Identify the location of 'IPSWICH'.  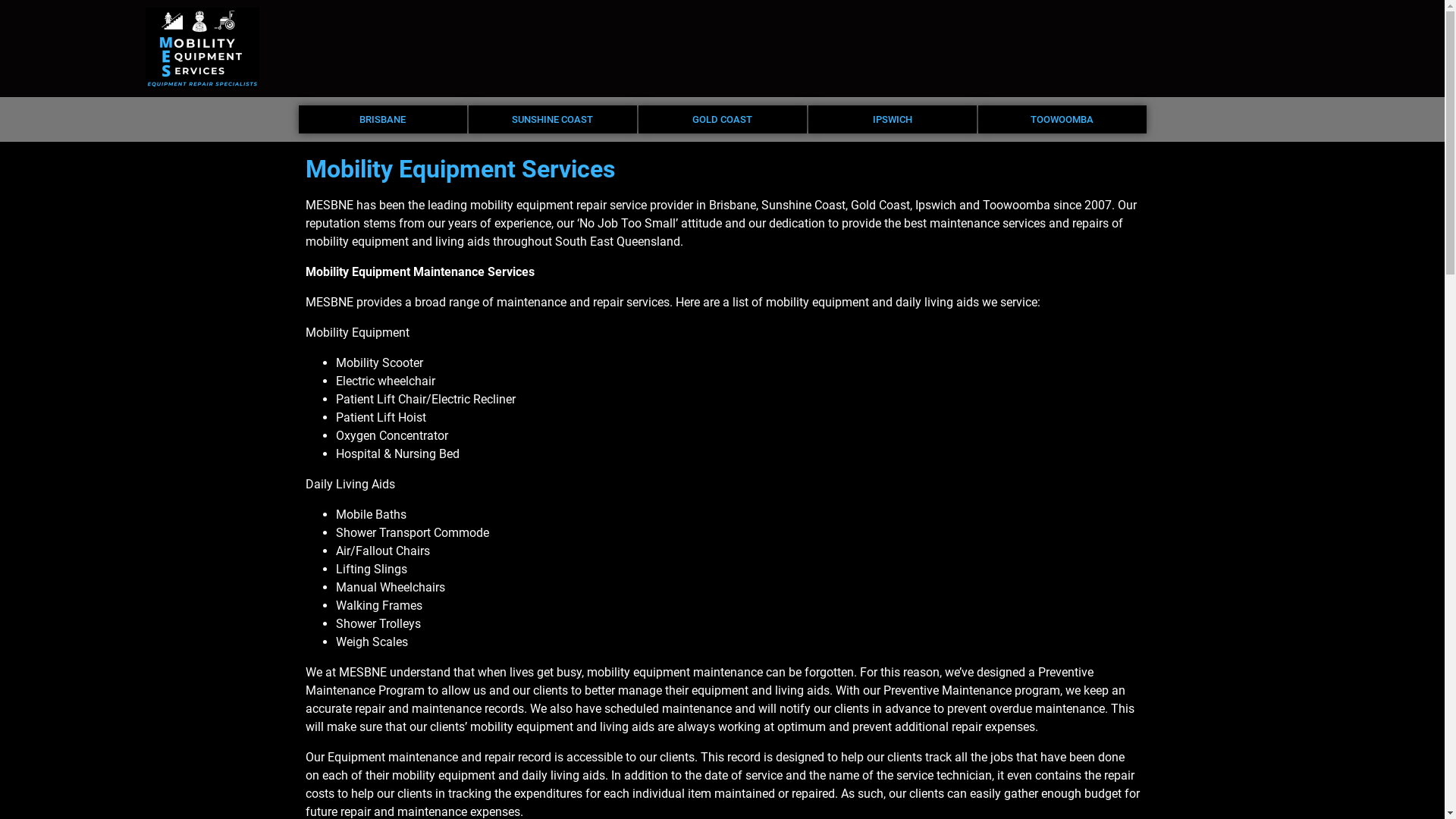
(892, 118).